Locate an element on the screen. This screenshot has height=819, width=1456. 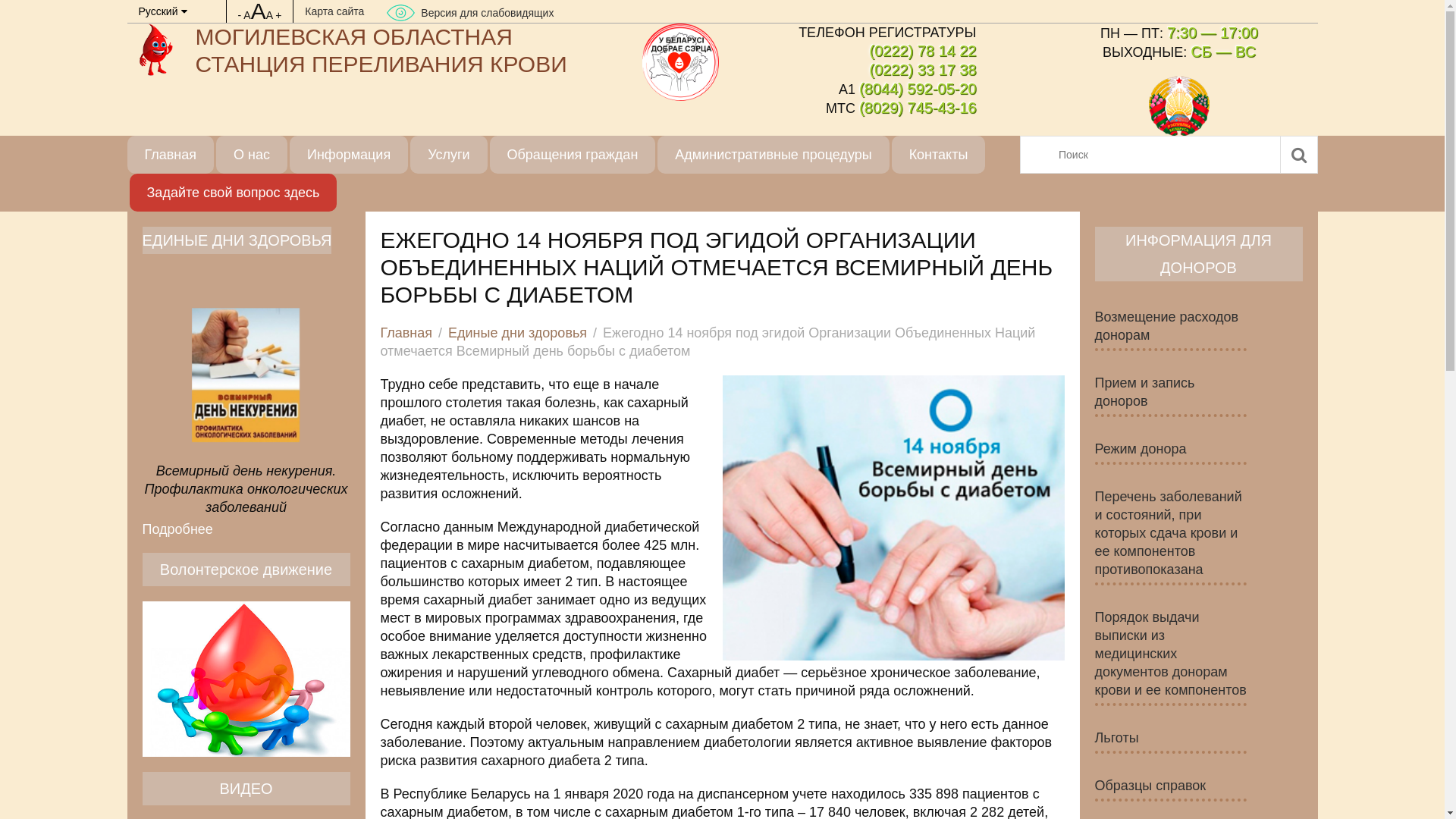
'-' is located at coordinates (239, 14).